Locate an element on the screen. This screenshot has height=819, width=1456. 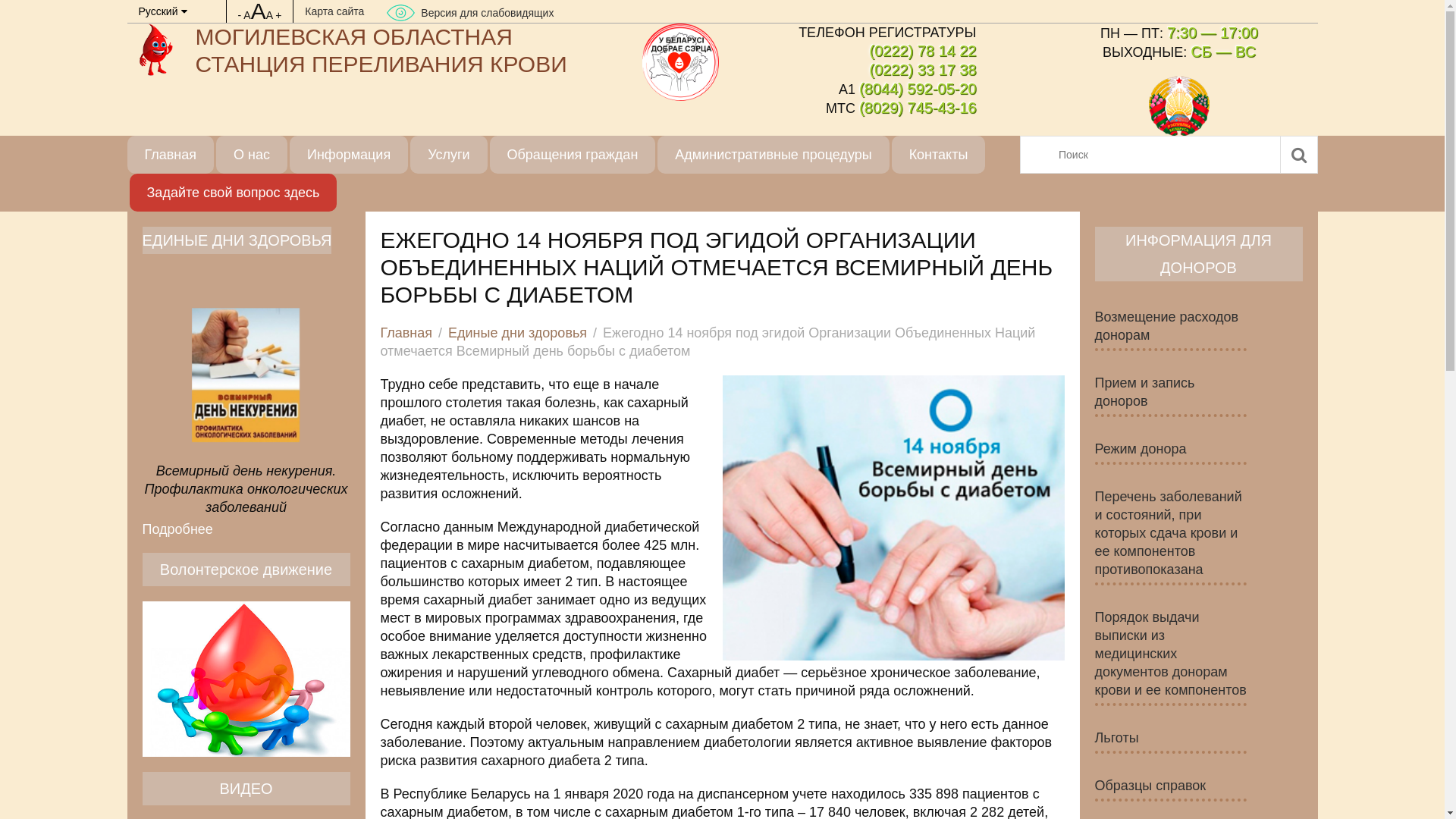
'-' is located at coordinates (239, 14).